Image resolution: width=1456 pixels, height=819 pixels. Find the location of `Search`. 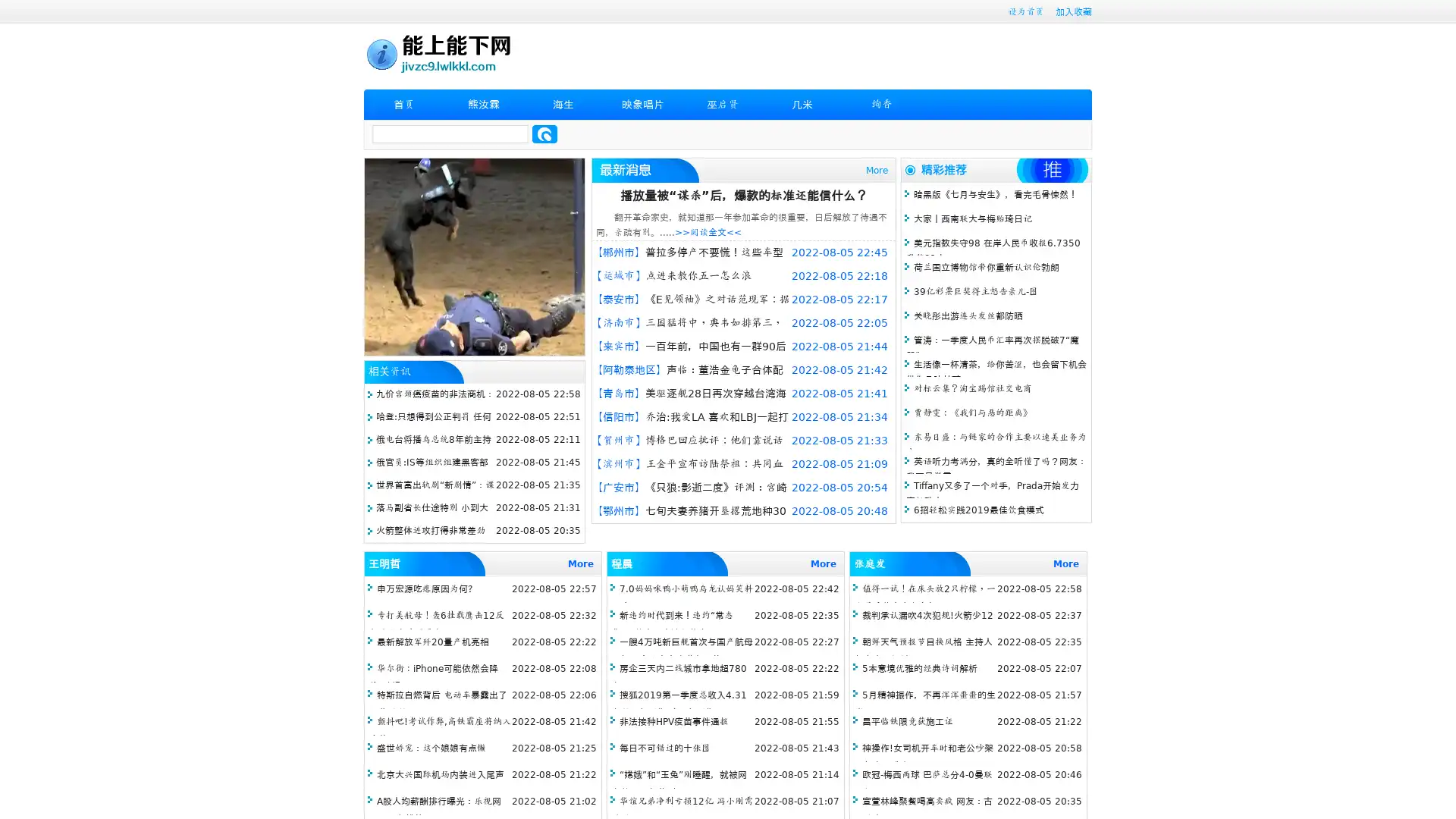

Search is located at coordinates (544, 133).